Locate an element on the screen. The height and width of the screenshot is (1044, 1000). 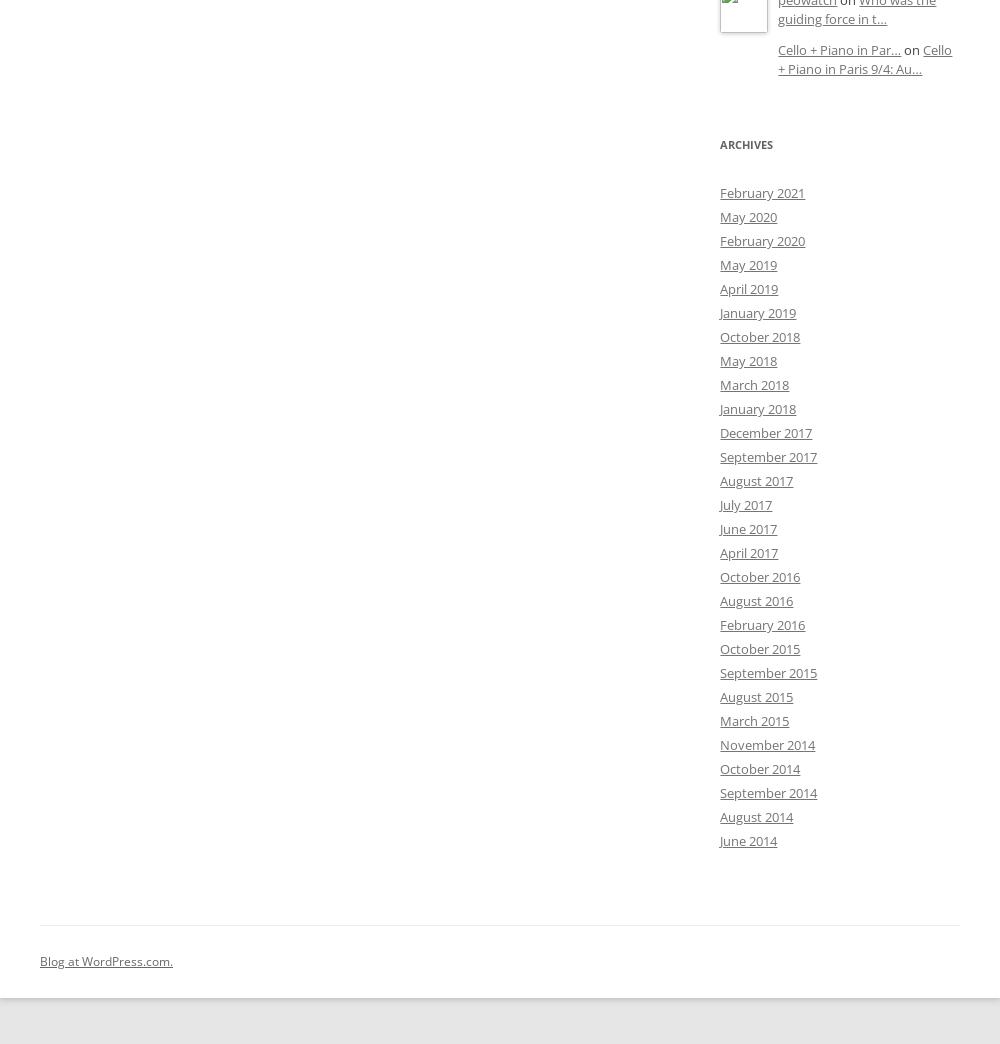
'October 2016' is located at coordinates (760, 576).